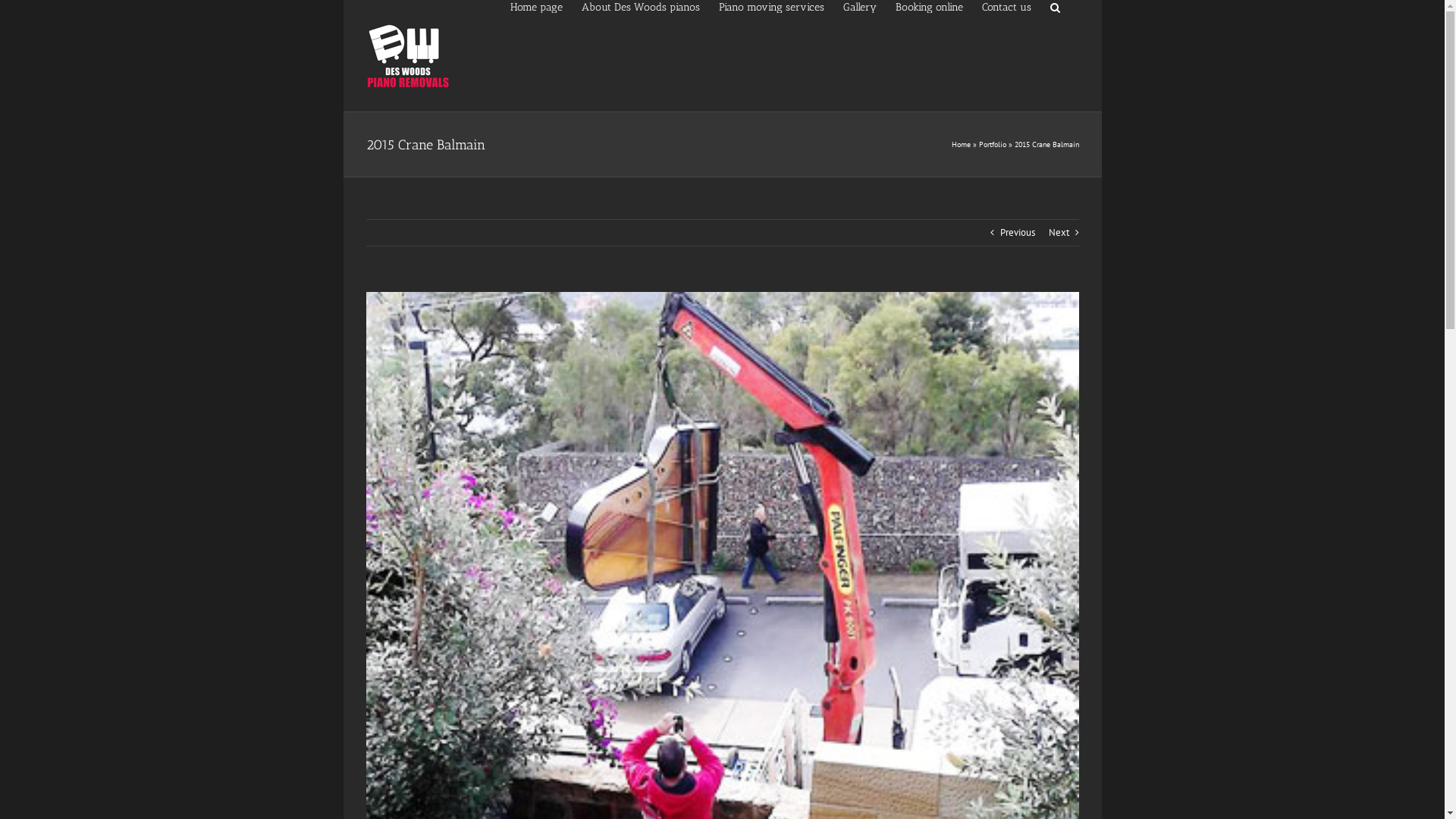 This screenshot has height=819, width=1456. I want to click on 'Previous', so click(1016, 233).